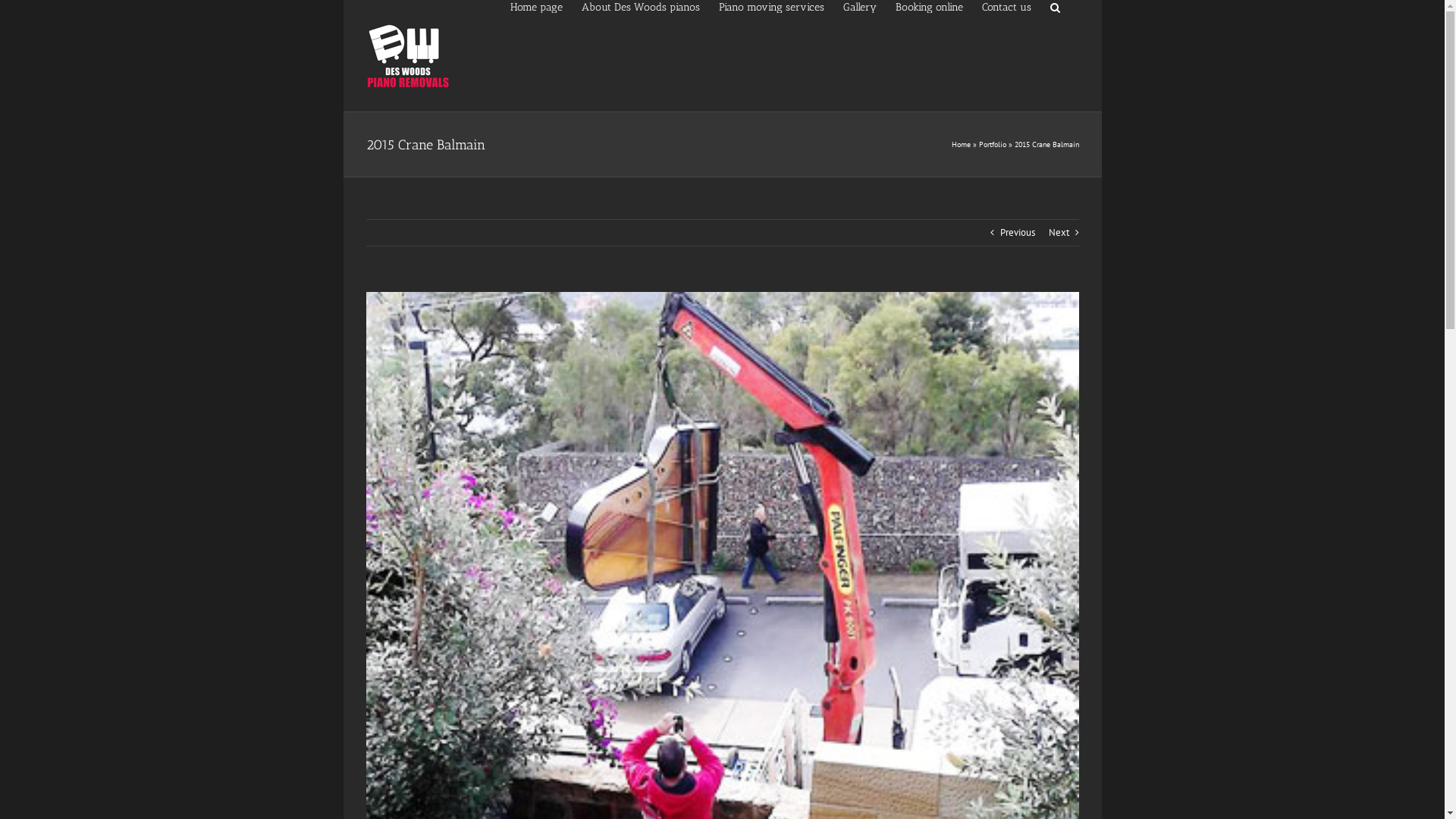 This screenshot has height=819, width=1456. I want to click on 'Previous', so click(1016, 233).